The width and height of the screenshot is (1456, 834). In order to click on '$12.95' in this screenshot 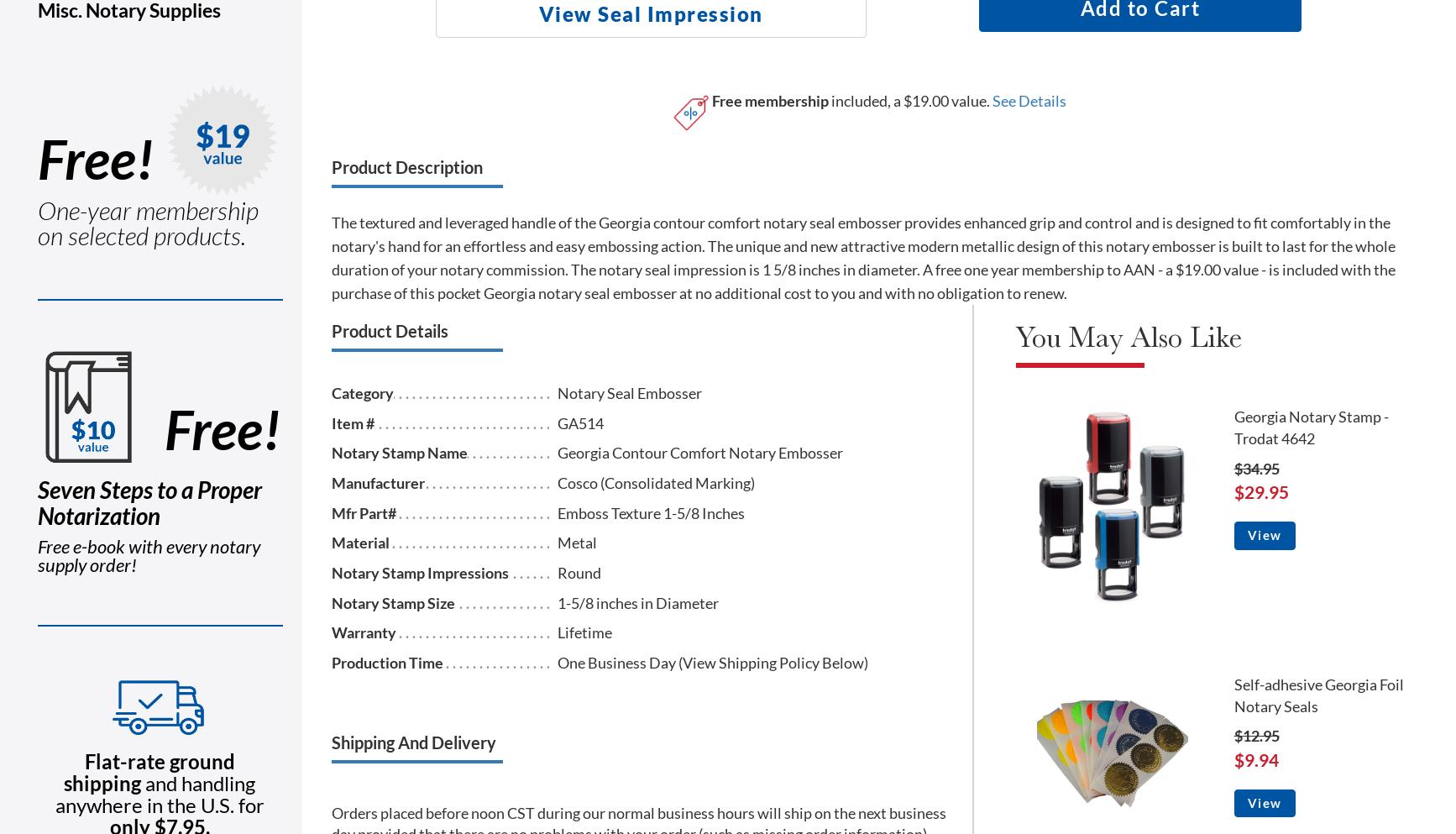, I will do `click(1254, 735)`.